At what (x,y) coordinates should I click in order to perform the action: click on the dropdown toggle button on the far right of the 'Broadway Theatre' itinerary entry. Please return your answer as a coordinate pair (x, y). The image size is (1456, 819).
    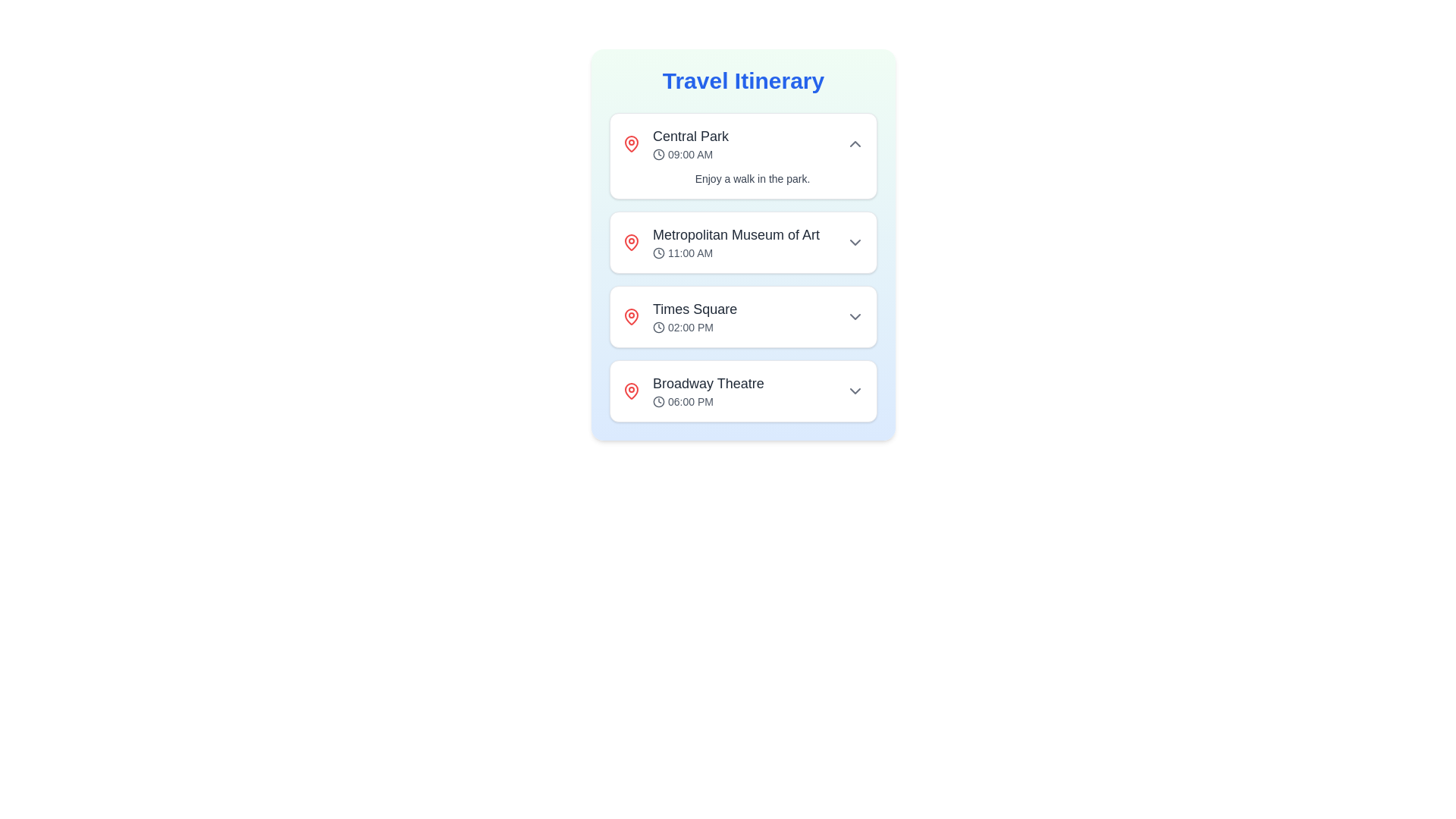
    Looking at the image, I should click on (855, 391).